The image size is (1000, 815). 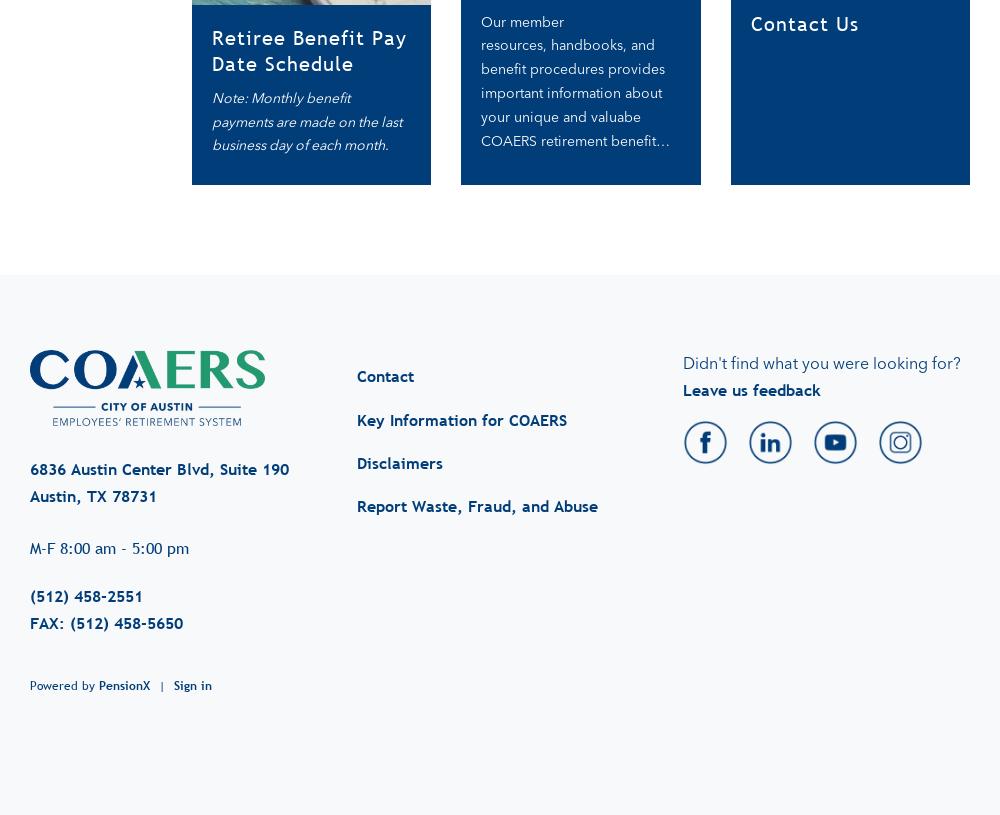 I want to click on 'Austin, TX 78731', so click(x=92, y=476).